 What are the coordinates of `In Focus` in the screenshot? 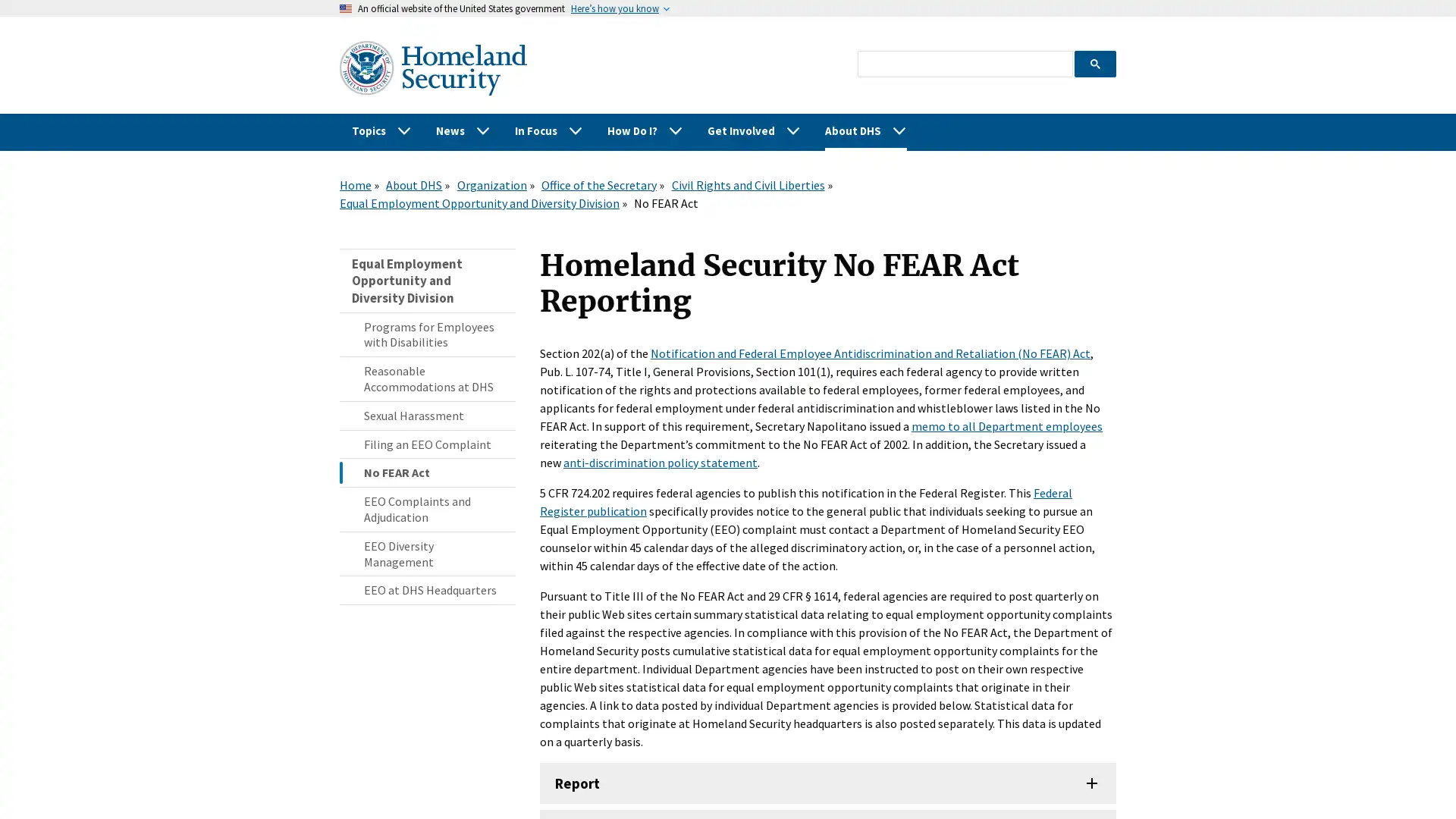 It's located at (548, 130).